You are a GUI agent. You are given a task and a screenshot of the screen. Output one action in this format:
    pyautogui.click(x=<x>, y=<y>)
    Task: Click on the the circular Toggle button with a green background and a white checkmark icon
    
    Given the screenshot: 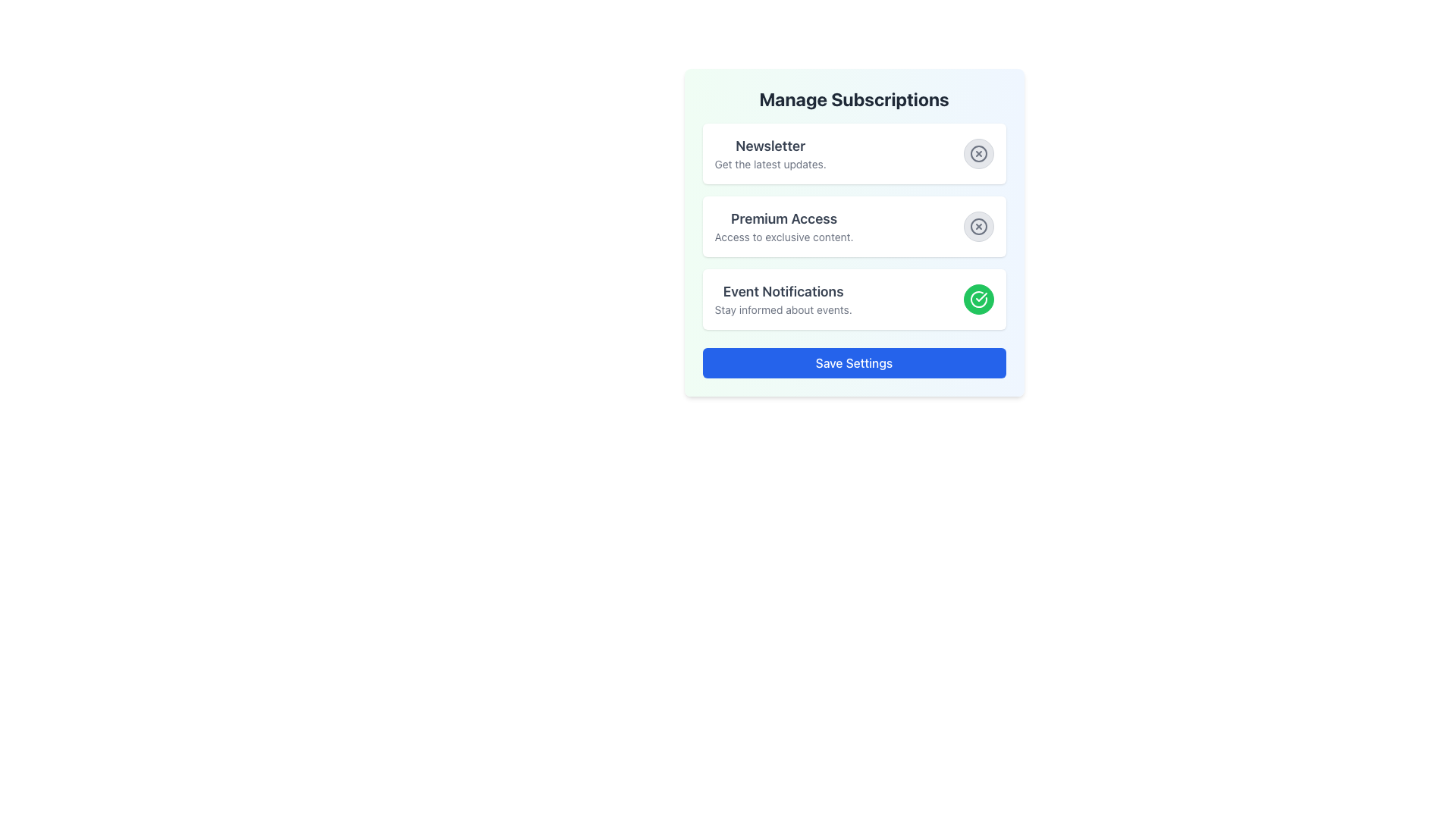 What is the action you would take?
    pyautogui.click(x=978, y=299)
    